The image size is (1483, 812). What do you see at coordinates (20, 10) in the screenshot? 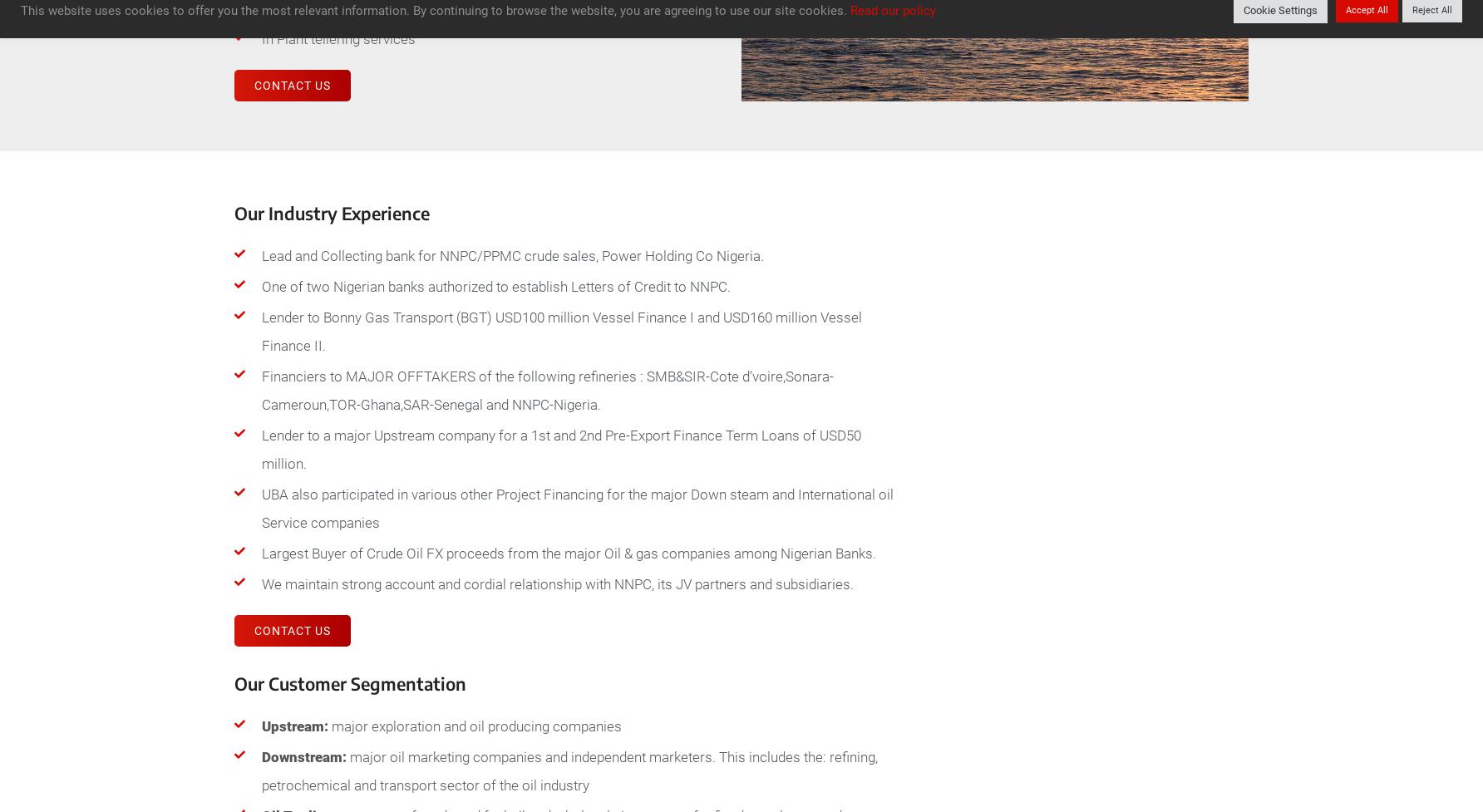
I see `'This website uses cookies to offer you the most relevant information. By continuing to browse the website, you are agreeing to use our site cookies.'` at bounding box center [20, 10].